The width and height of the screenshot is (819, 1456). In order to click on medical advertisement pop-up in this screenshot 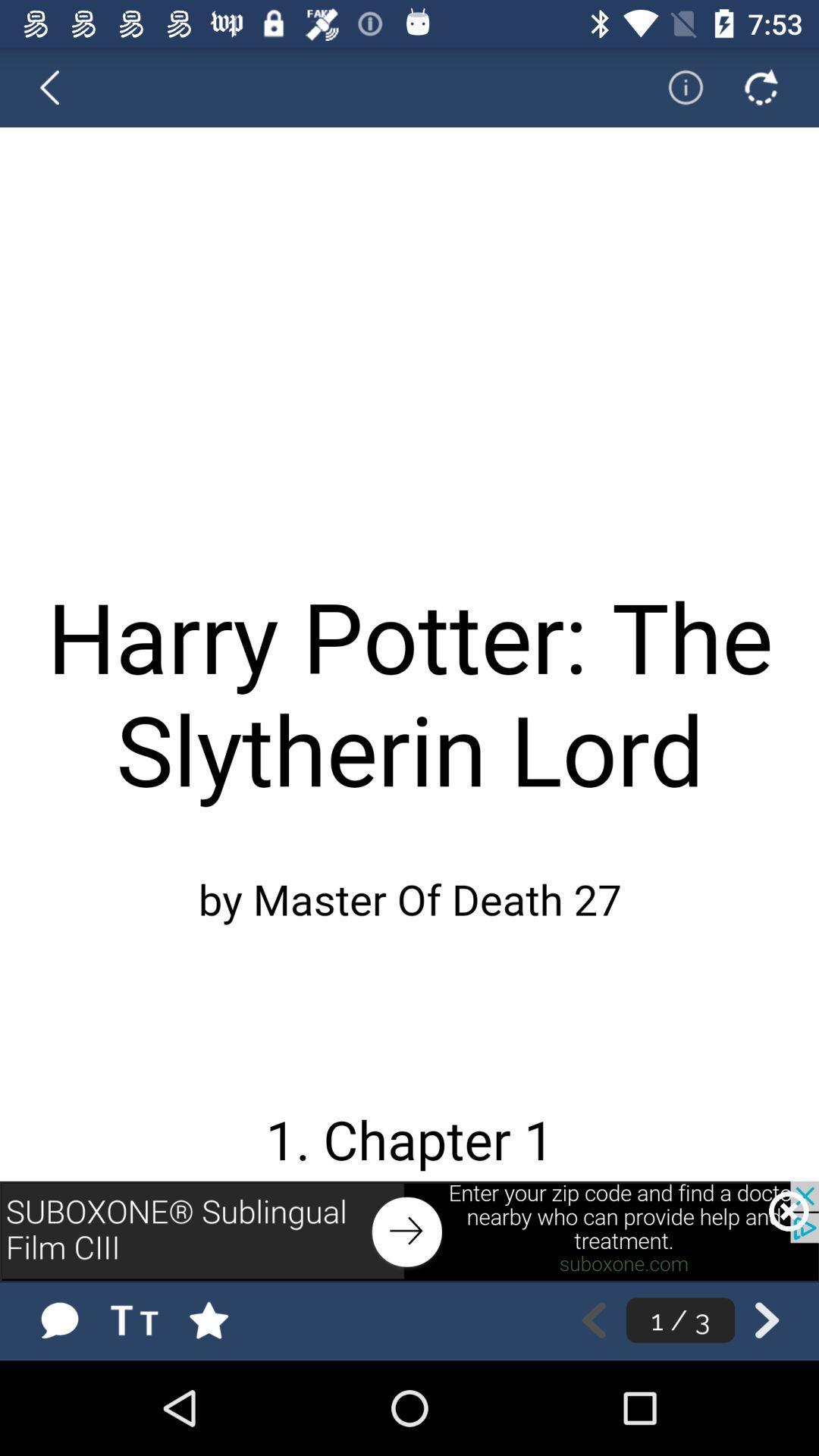, I will do `click(409, 1231)`.